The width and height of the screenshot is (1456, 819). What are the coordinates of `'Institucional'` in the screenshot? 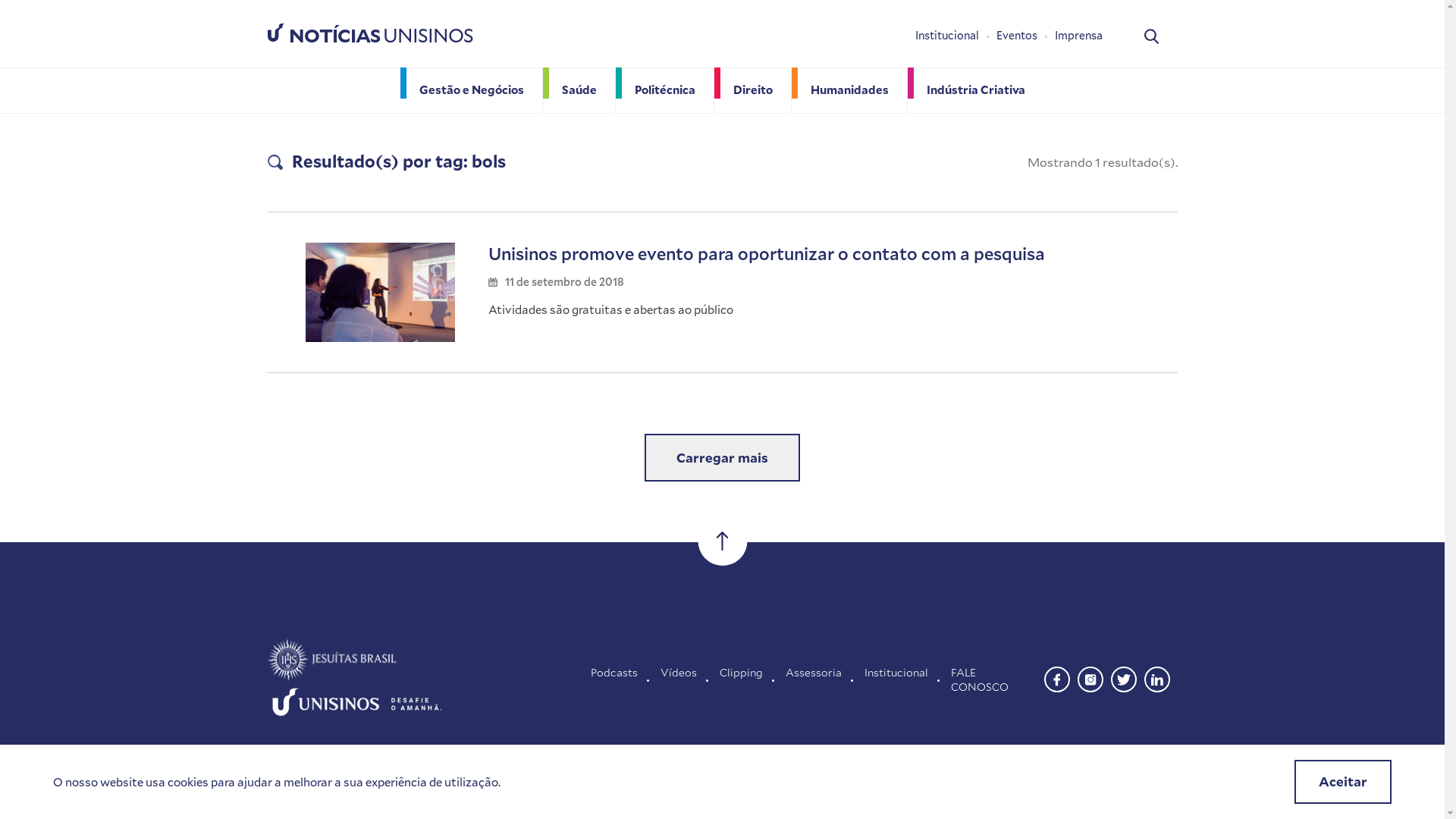 It's located at (954, 34).